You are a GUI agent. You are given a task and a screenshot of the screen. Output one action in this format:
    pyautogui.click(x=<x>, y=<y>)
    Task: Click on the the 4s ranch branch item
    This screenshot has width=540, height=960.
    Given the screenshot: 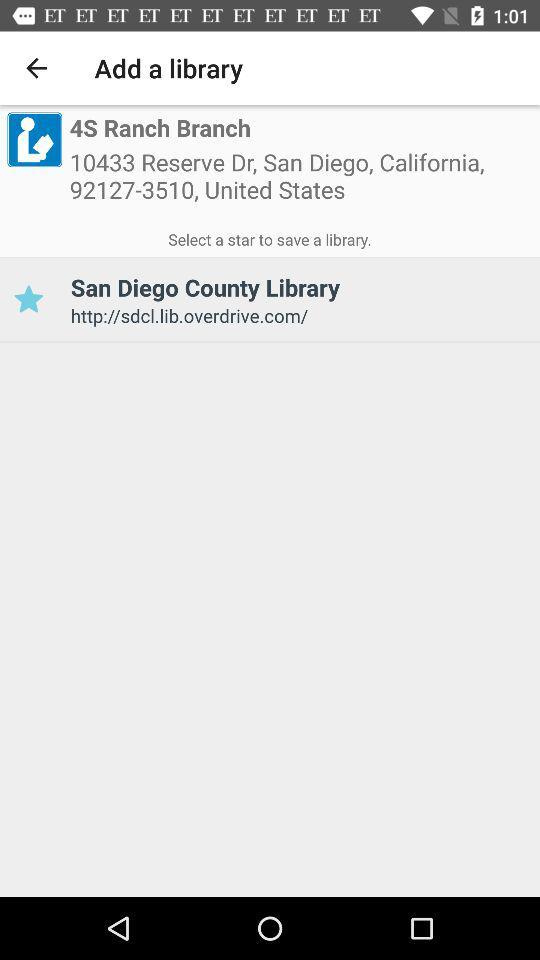 What is the action you would take?
    pyautogui.click(x=159, y=128)
    